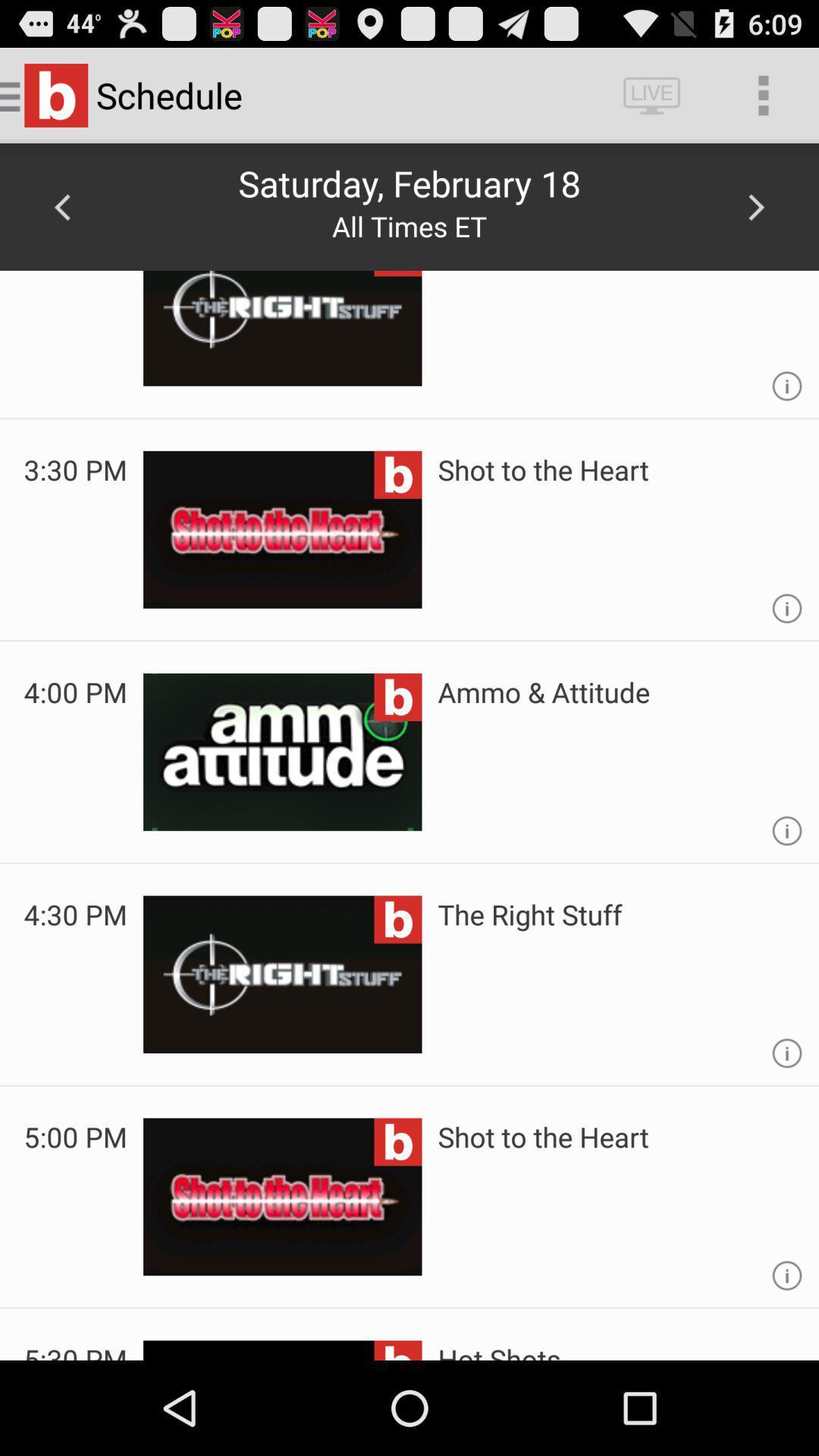  What do you see at coordinates (755, 221) in the screenshot?
I see `the arrow_forward icon` at bounding box center [755, 221].